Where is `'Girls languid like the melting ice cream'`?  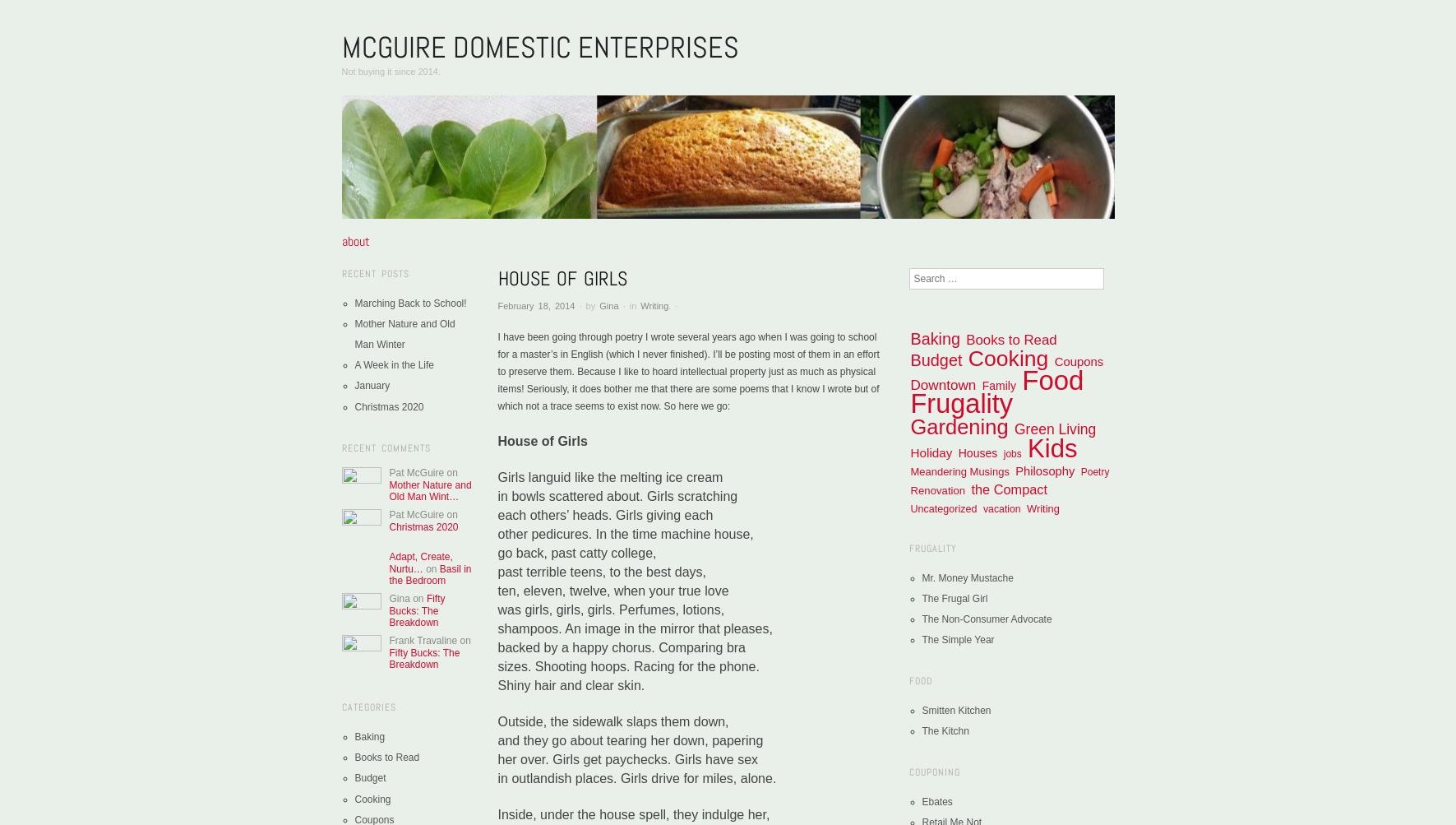 'Girls languid like the melting ice cream' is located at coordinates (610, 476).